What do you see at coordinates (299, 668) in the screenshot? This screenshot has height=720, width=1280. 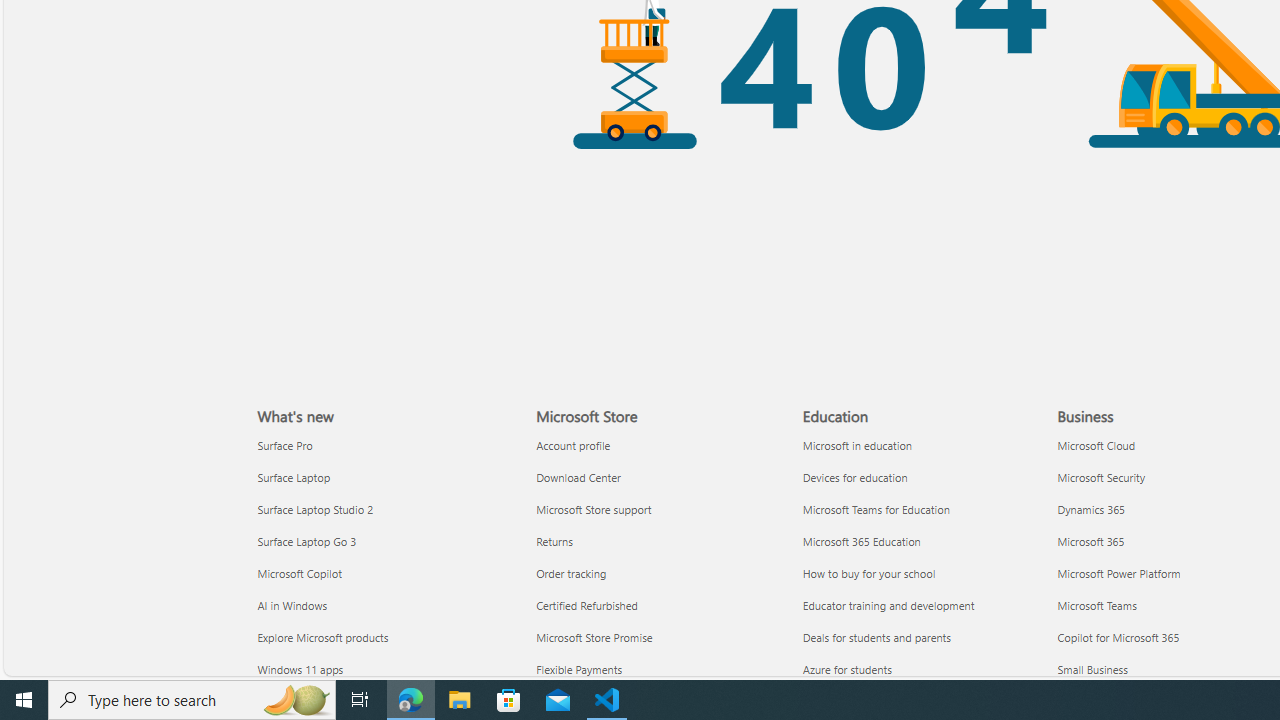 I see `'Windows 11 apps What'` at bounding box center [299, 668].